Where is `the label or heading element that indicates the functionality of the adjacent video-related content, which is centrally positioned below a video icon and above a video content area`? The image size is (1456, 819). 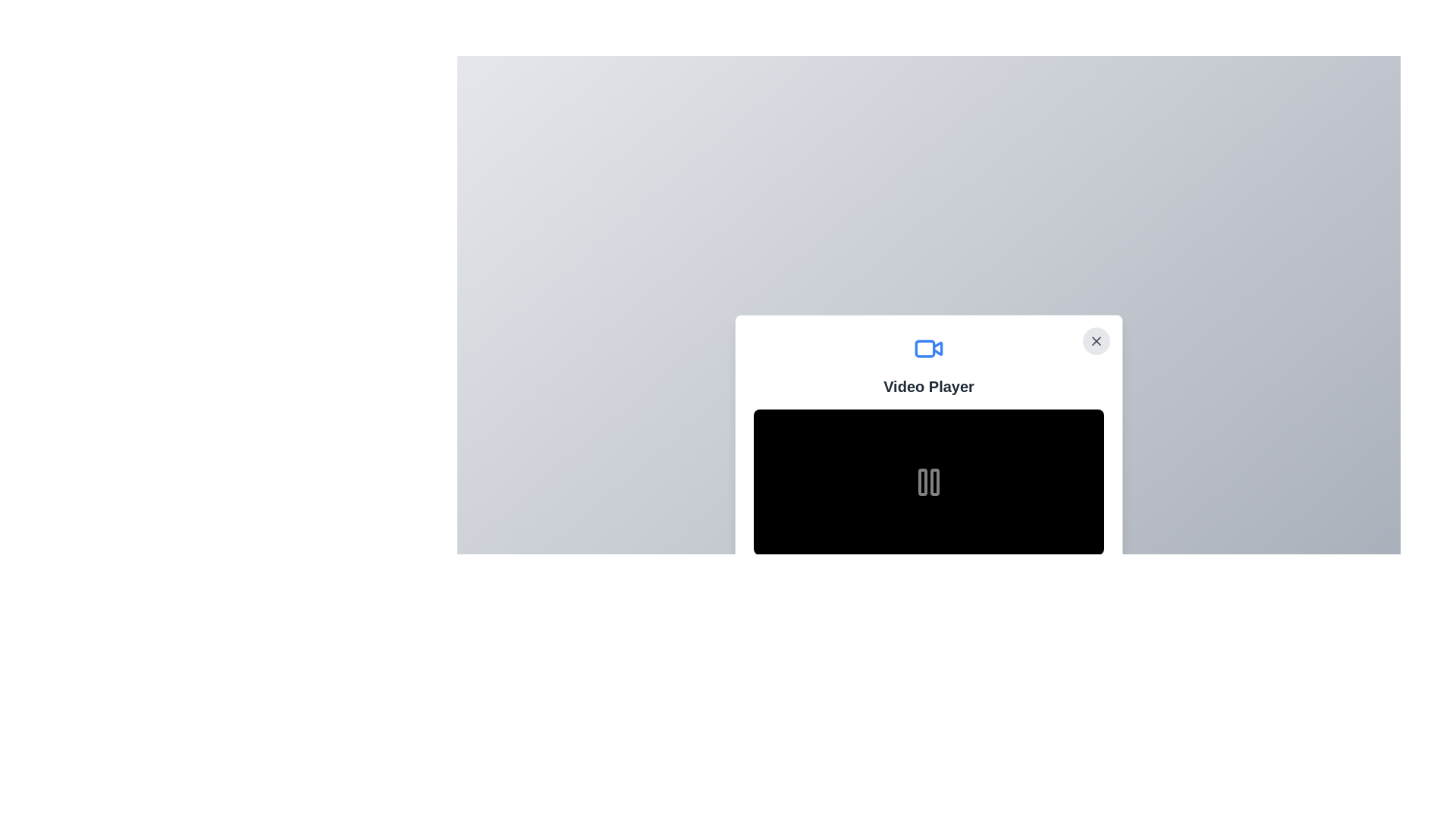
the label or heading element that indicates the functionality of the adjacent video-related content, which is centrally positioned below a video icon and above a video content area is located at coordinates (927, 385).